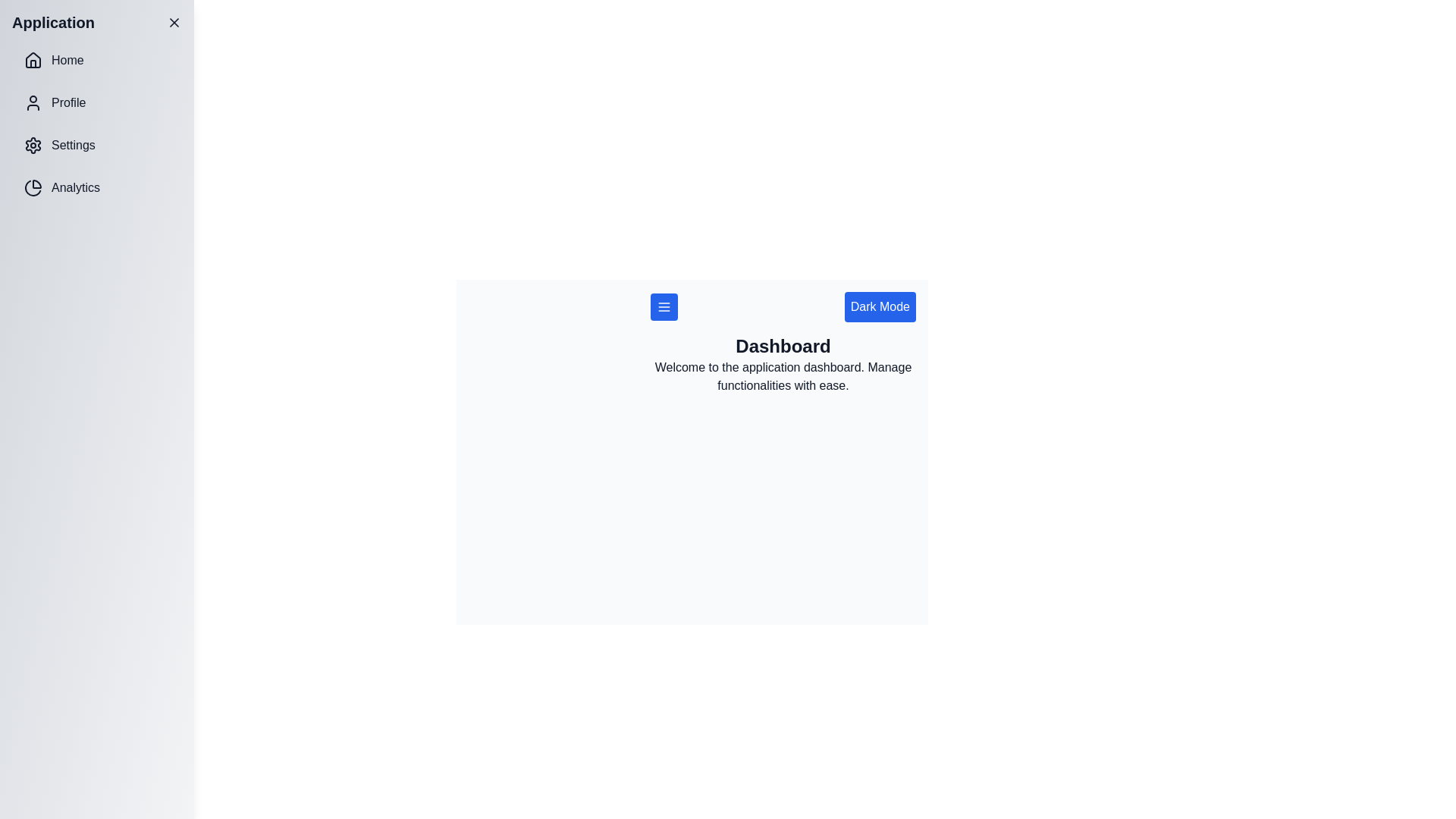 The image size is (1456, 819). I want to click on the 'Analytics' text label in the vertical menu bar, so click(75, 187).